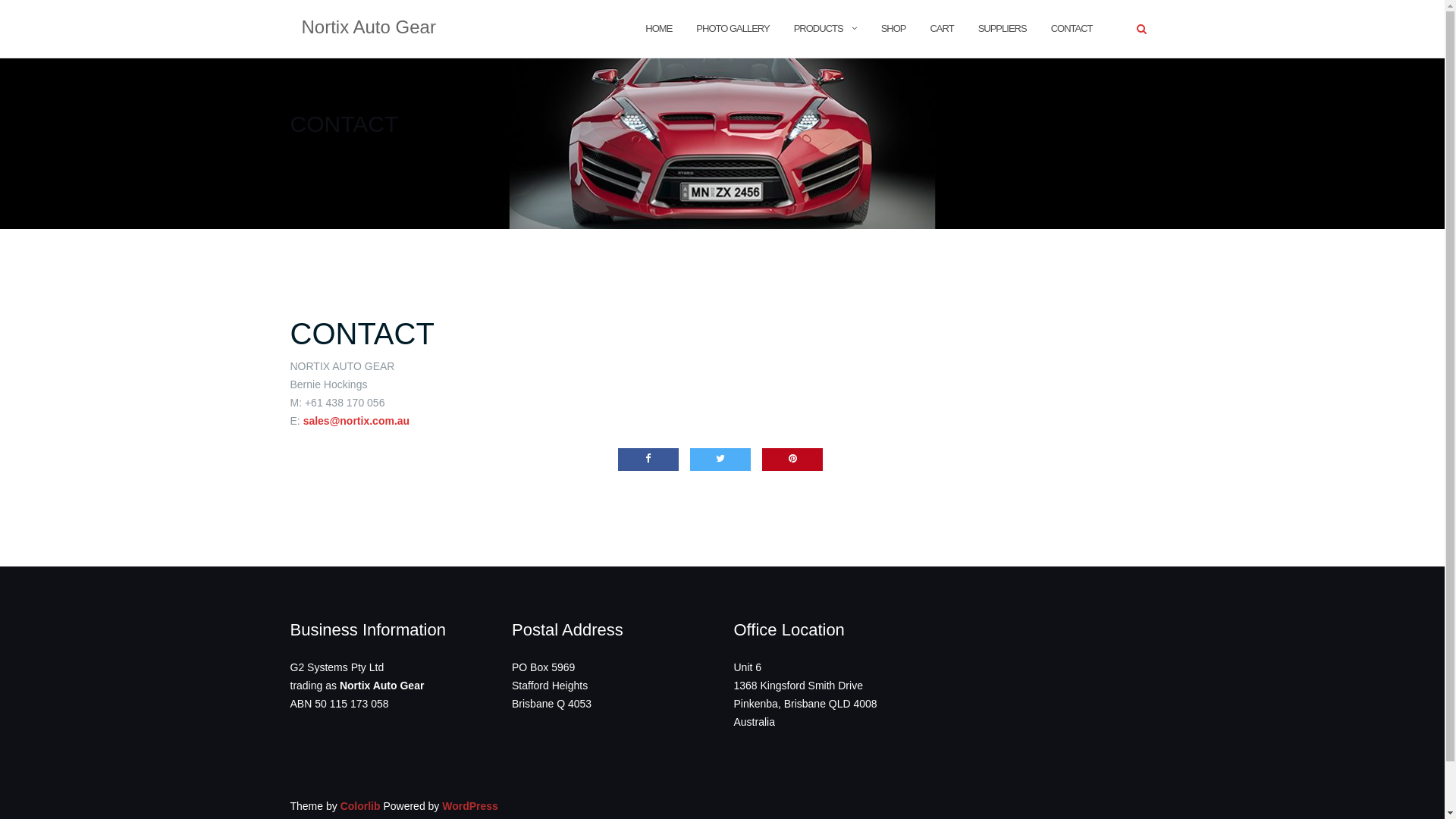 This screenshot has height=819, width=1456. I want to click on 'WordPress', so click(469, 805).